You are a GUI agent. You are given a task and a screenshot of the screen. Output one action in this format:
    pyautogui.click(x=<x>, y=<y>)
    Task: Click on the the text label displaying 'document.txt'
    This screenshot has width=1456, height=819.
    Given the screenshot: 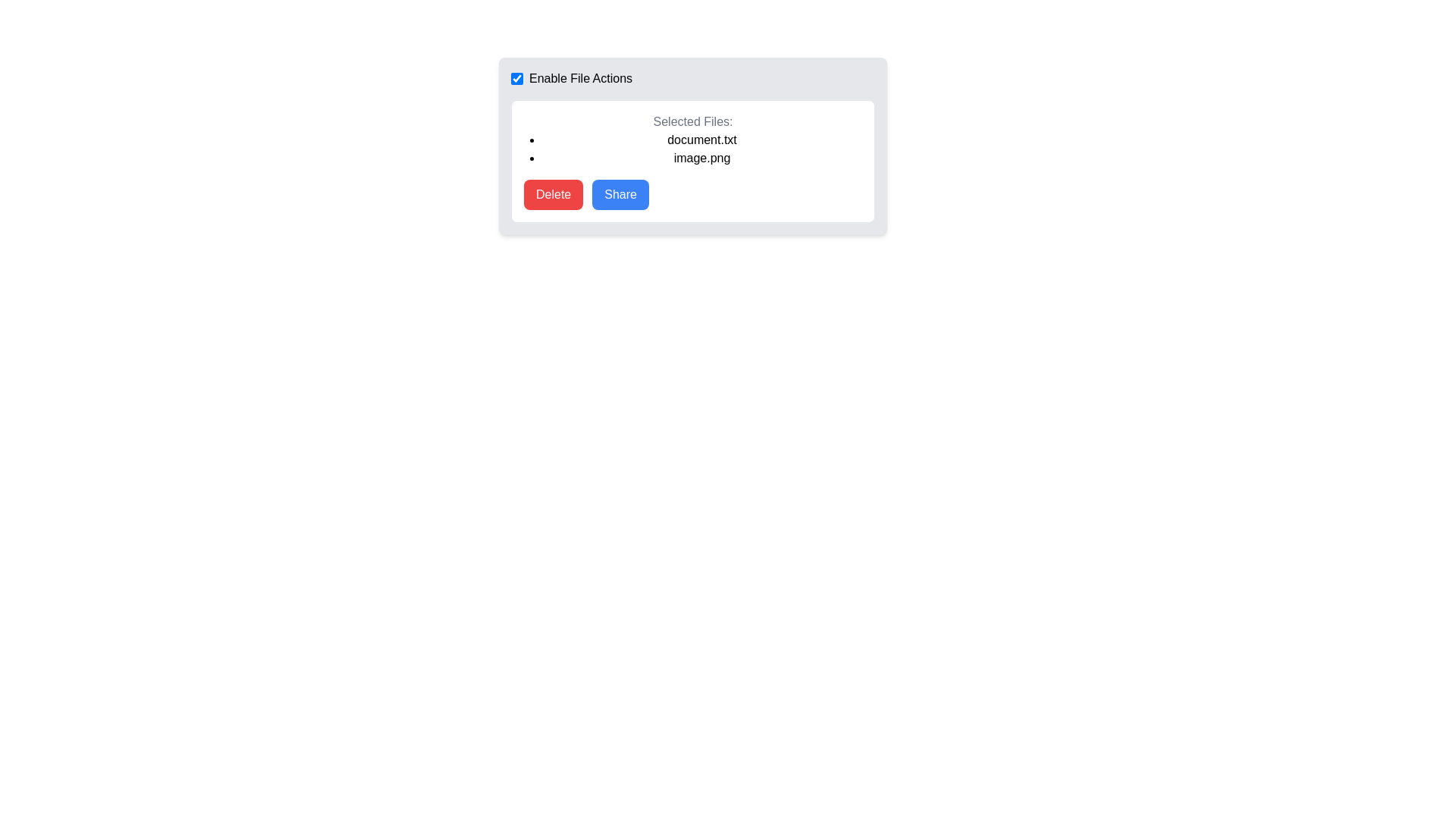 What is the action you would take?
    pyautogui.click(x=701, y=140)
    